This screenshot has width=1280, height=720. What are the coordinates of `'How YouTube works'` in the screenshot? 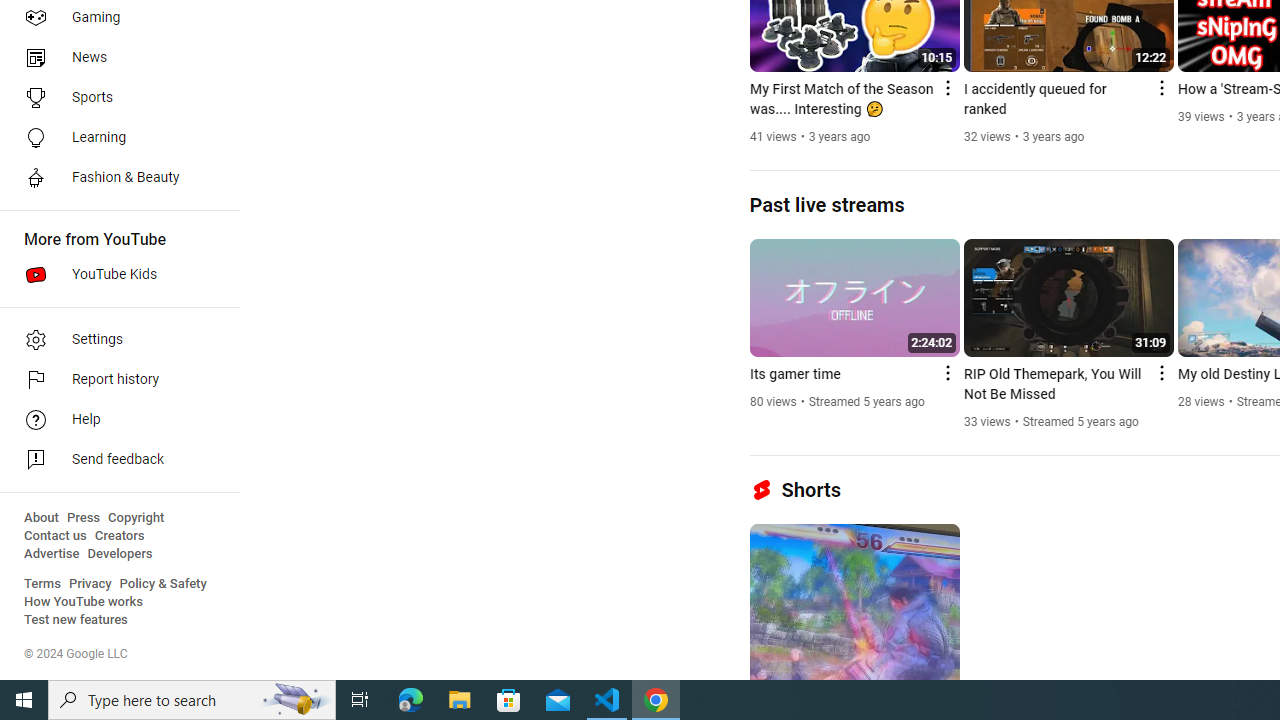 It's located at (82, 601).